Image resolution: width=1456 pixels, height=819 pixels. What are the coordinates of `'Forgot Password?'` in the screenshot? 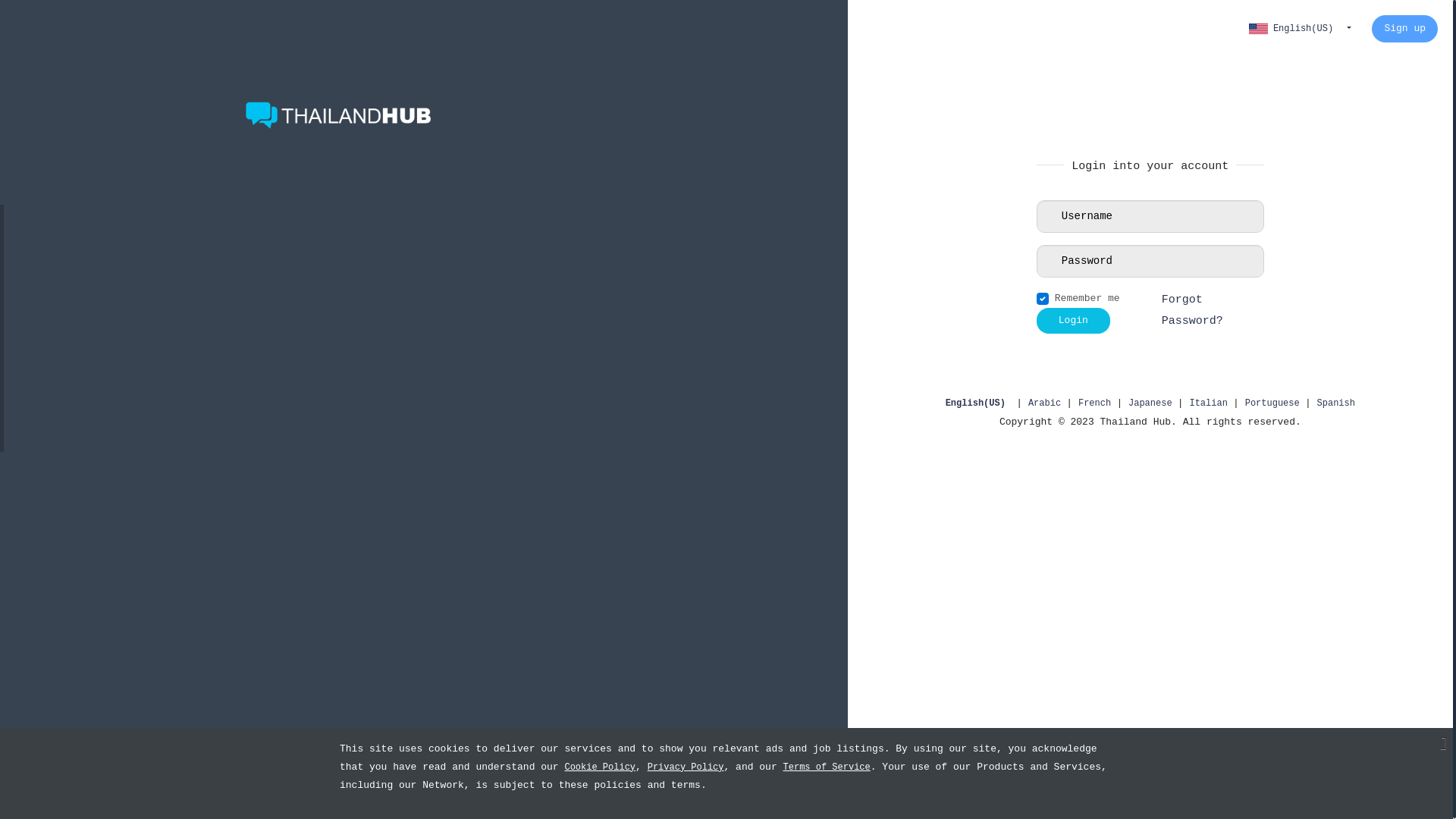 It's located at (1212, 309).